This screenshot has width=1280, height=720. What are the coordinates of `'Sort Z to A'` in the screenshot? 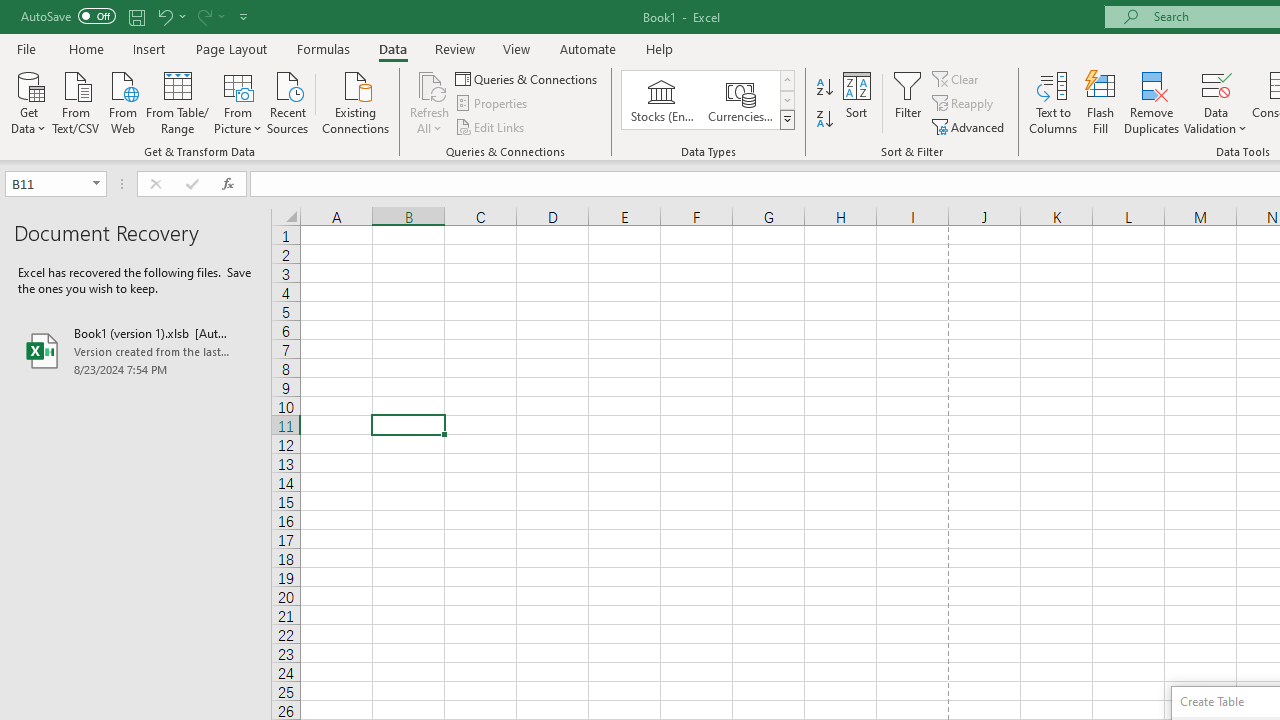 It's located at (824, 119).